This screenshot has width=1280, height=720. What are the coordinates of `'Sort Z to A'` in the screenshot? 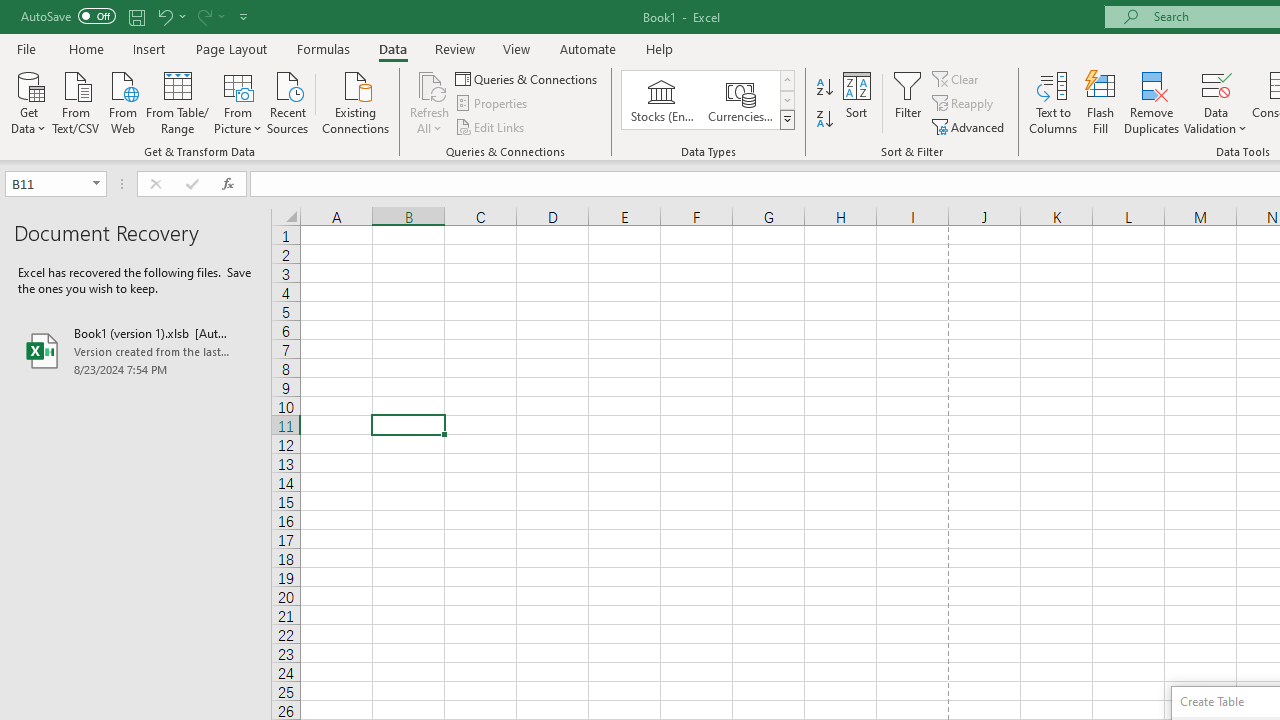 It's located at (824, 119).